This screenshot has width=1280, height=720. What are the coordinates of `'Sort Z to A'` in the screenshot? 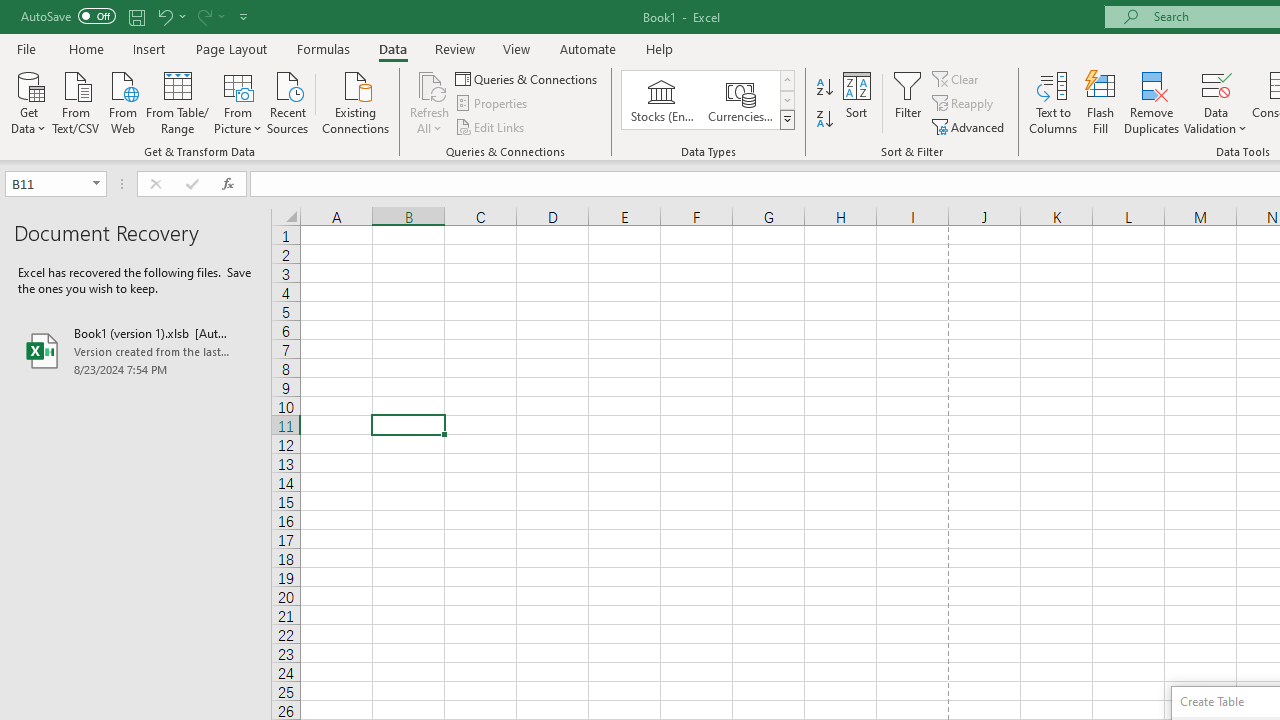 It's located at (824, 119).